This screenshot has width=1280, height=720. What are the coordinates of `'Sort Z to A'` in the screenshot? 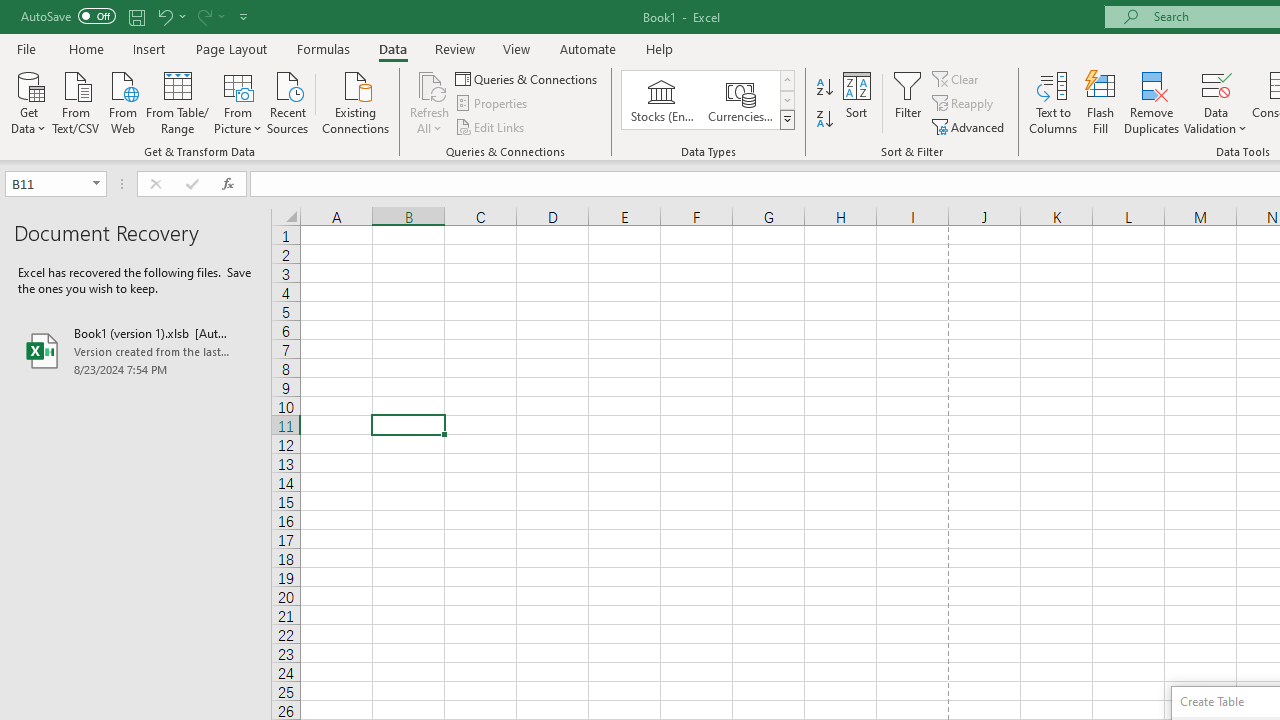 It's located at (824, 119).